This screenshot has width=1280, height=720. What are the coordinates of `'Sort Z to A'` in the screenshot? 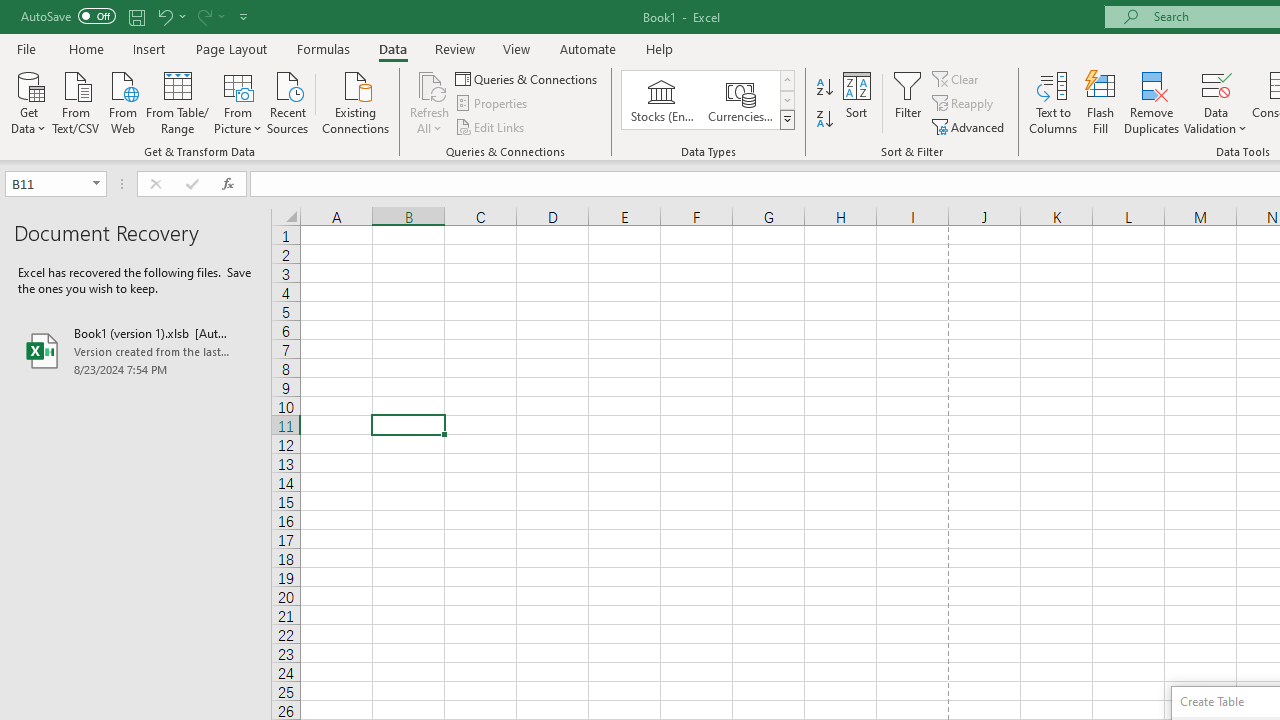 It's located at (824, 119).